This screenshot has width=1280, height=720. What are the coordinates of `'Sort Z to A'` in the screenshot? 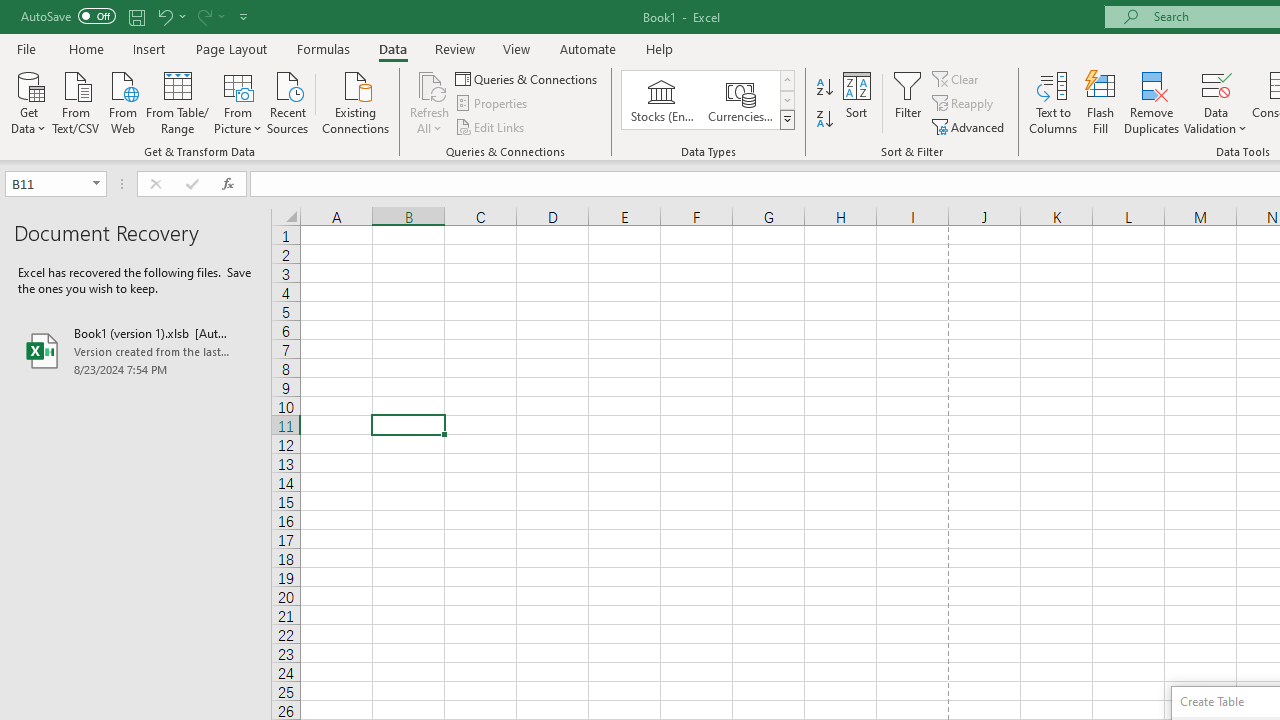 It's located at (824, 119).